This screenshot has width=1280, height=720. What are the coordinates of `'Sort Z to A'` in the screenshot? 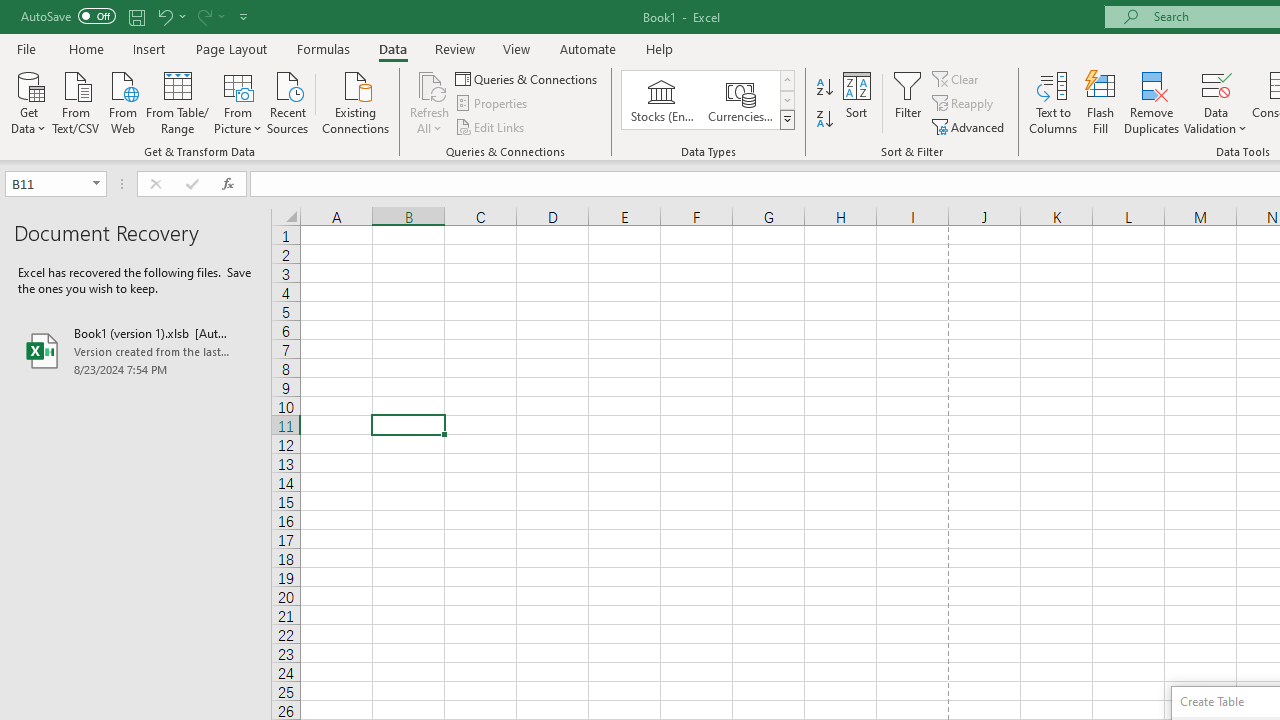 It's located at (824, 119).